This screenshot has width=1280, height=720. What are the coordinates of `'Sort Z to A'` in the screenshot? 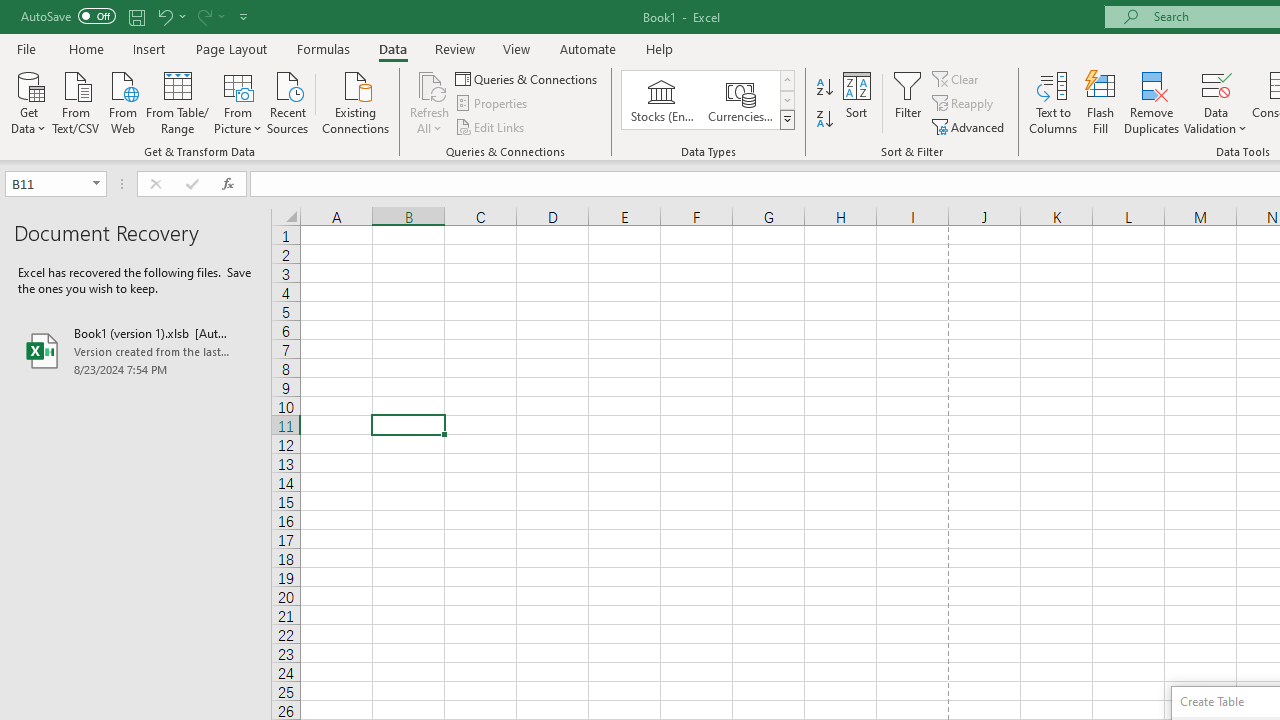 It's located at (824, 119).